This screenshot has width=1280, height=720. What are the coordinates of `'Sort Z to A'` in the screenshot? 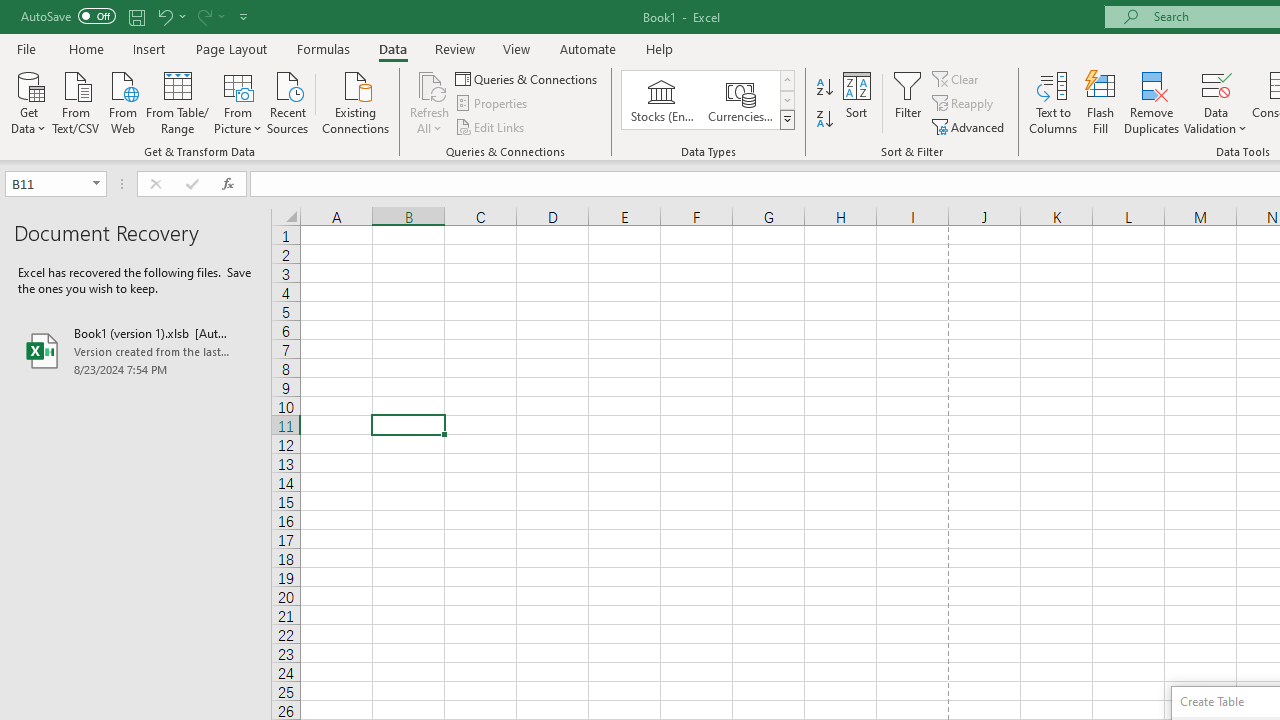 It's located at (824, 119).